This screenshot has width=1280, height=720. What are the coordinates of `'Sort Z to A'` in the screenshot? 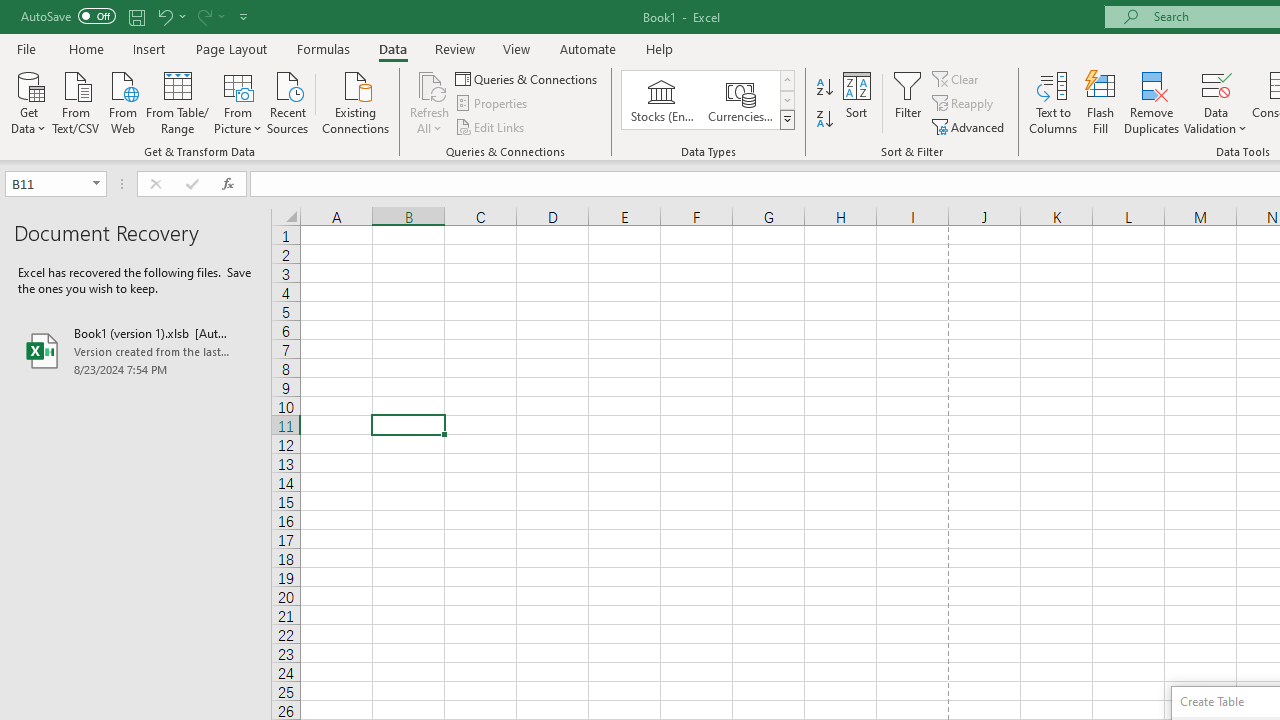 It's located at (824, 119).